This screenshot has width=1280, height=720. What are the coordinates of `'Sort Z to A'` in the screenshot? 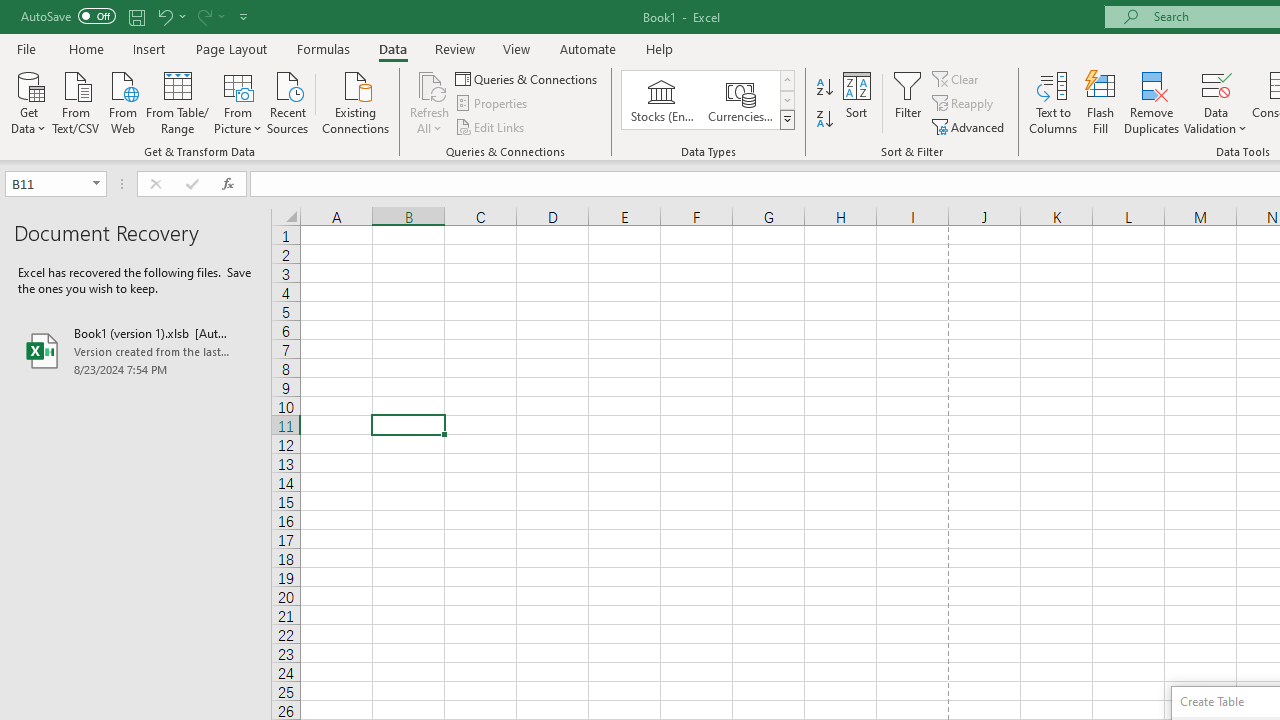 It's located at (824, 119).